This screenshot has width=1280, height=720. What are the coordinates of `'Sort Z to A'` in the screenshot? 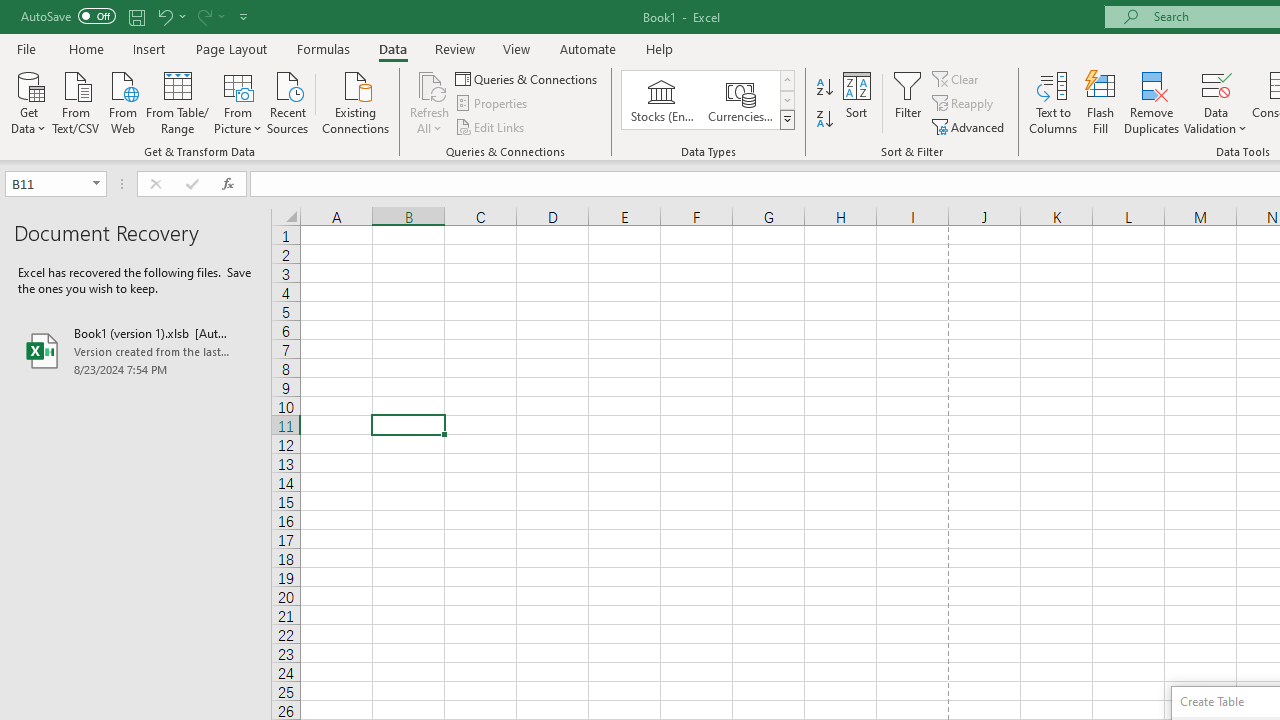 It's located at (824, 119).